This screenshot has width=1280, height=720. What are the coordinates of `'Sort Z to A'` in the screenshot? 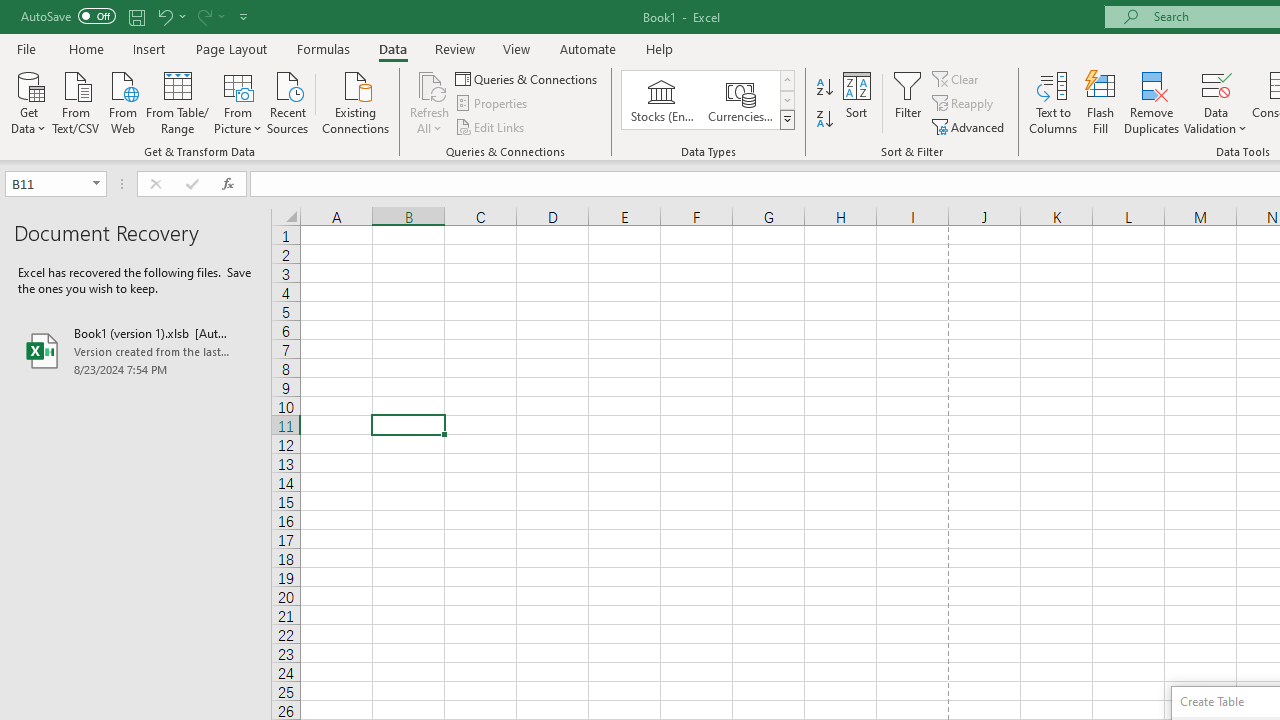 It's located at (824, 119).